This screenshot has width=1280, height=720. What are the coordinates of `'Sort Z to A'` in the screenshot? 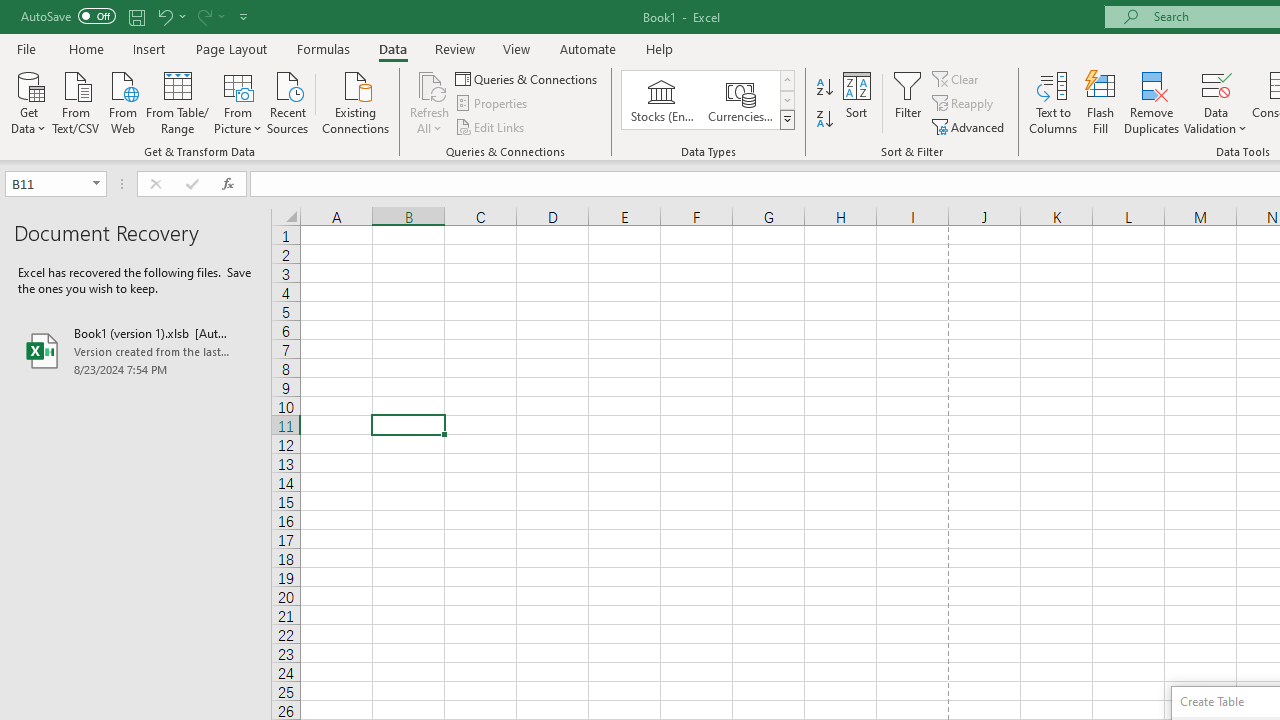 It's located at (824, 119).